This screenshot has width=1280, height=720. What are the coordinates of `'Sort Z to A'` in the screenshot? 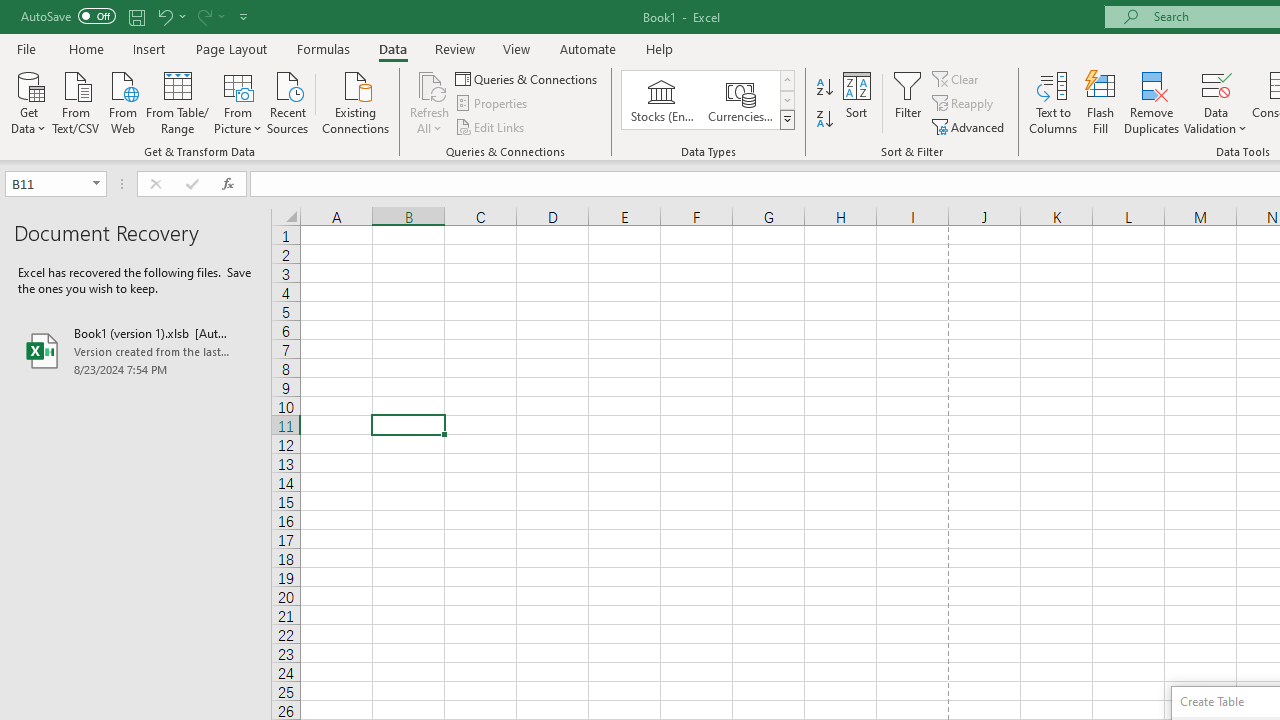 It's located at (824, 119).